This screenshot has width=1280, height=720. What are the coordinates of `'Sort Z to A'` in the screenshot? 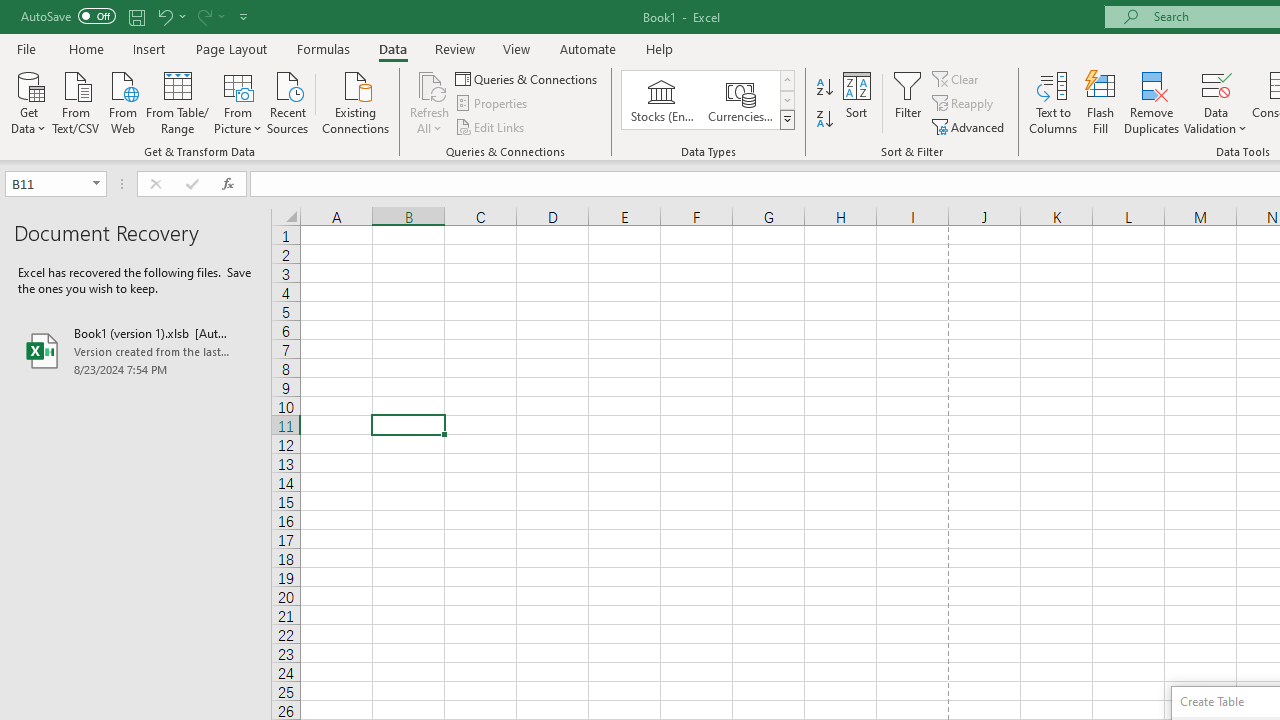 It's located at (824, 119).